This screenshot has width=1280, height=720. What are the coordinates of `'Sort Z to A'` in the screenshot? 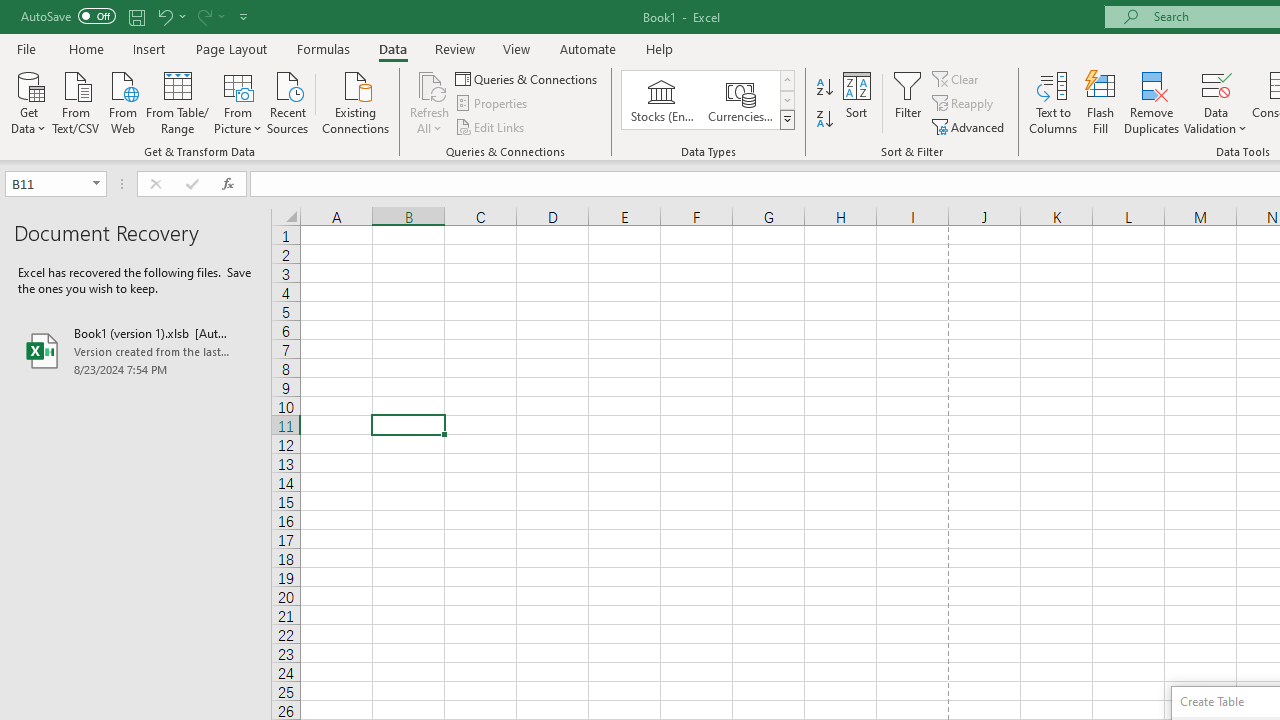 It's located at (824, 119).